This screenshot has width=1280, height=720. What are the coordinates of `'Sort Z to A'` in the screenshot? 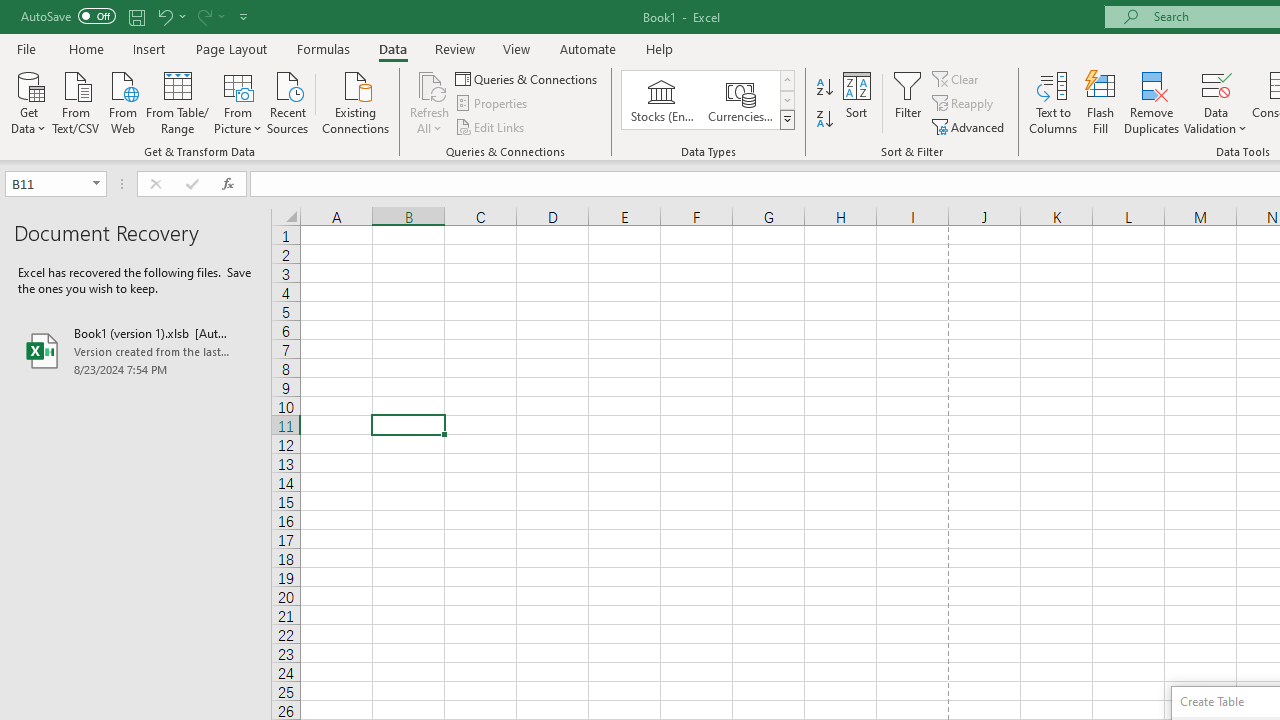 It's located at (824, 119).